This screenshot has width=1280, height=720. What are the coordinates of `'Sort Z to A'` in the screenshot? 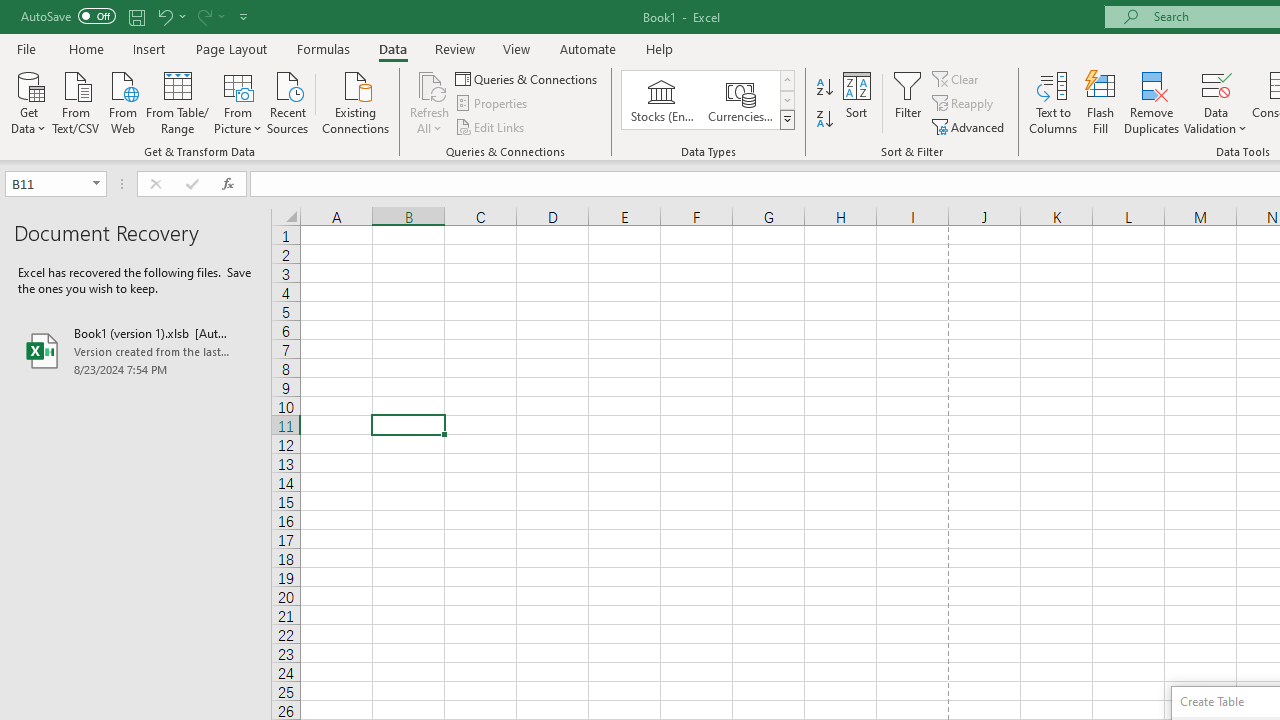 It's located at (824, 119).